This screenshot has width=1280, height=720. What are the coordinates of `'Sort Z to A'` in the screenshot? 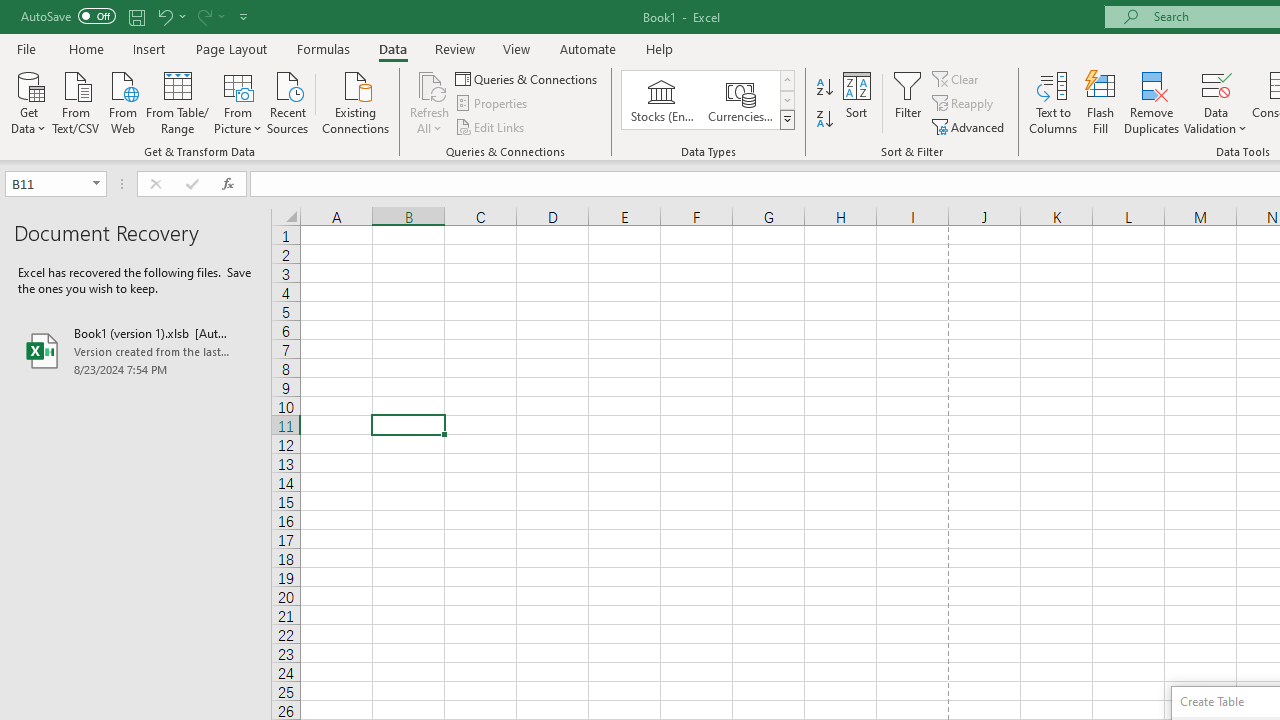 It's located at (824, 119).